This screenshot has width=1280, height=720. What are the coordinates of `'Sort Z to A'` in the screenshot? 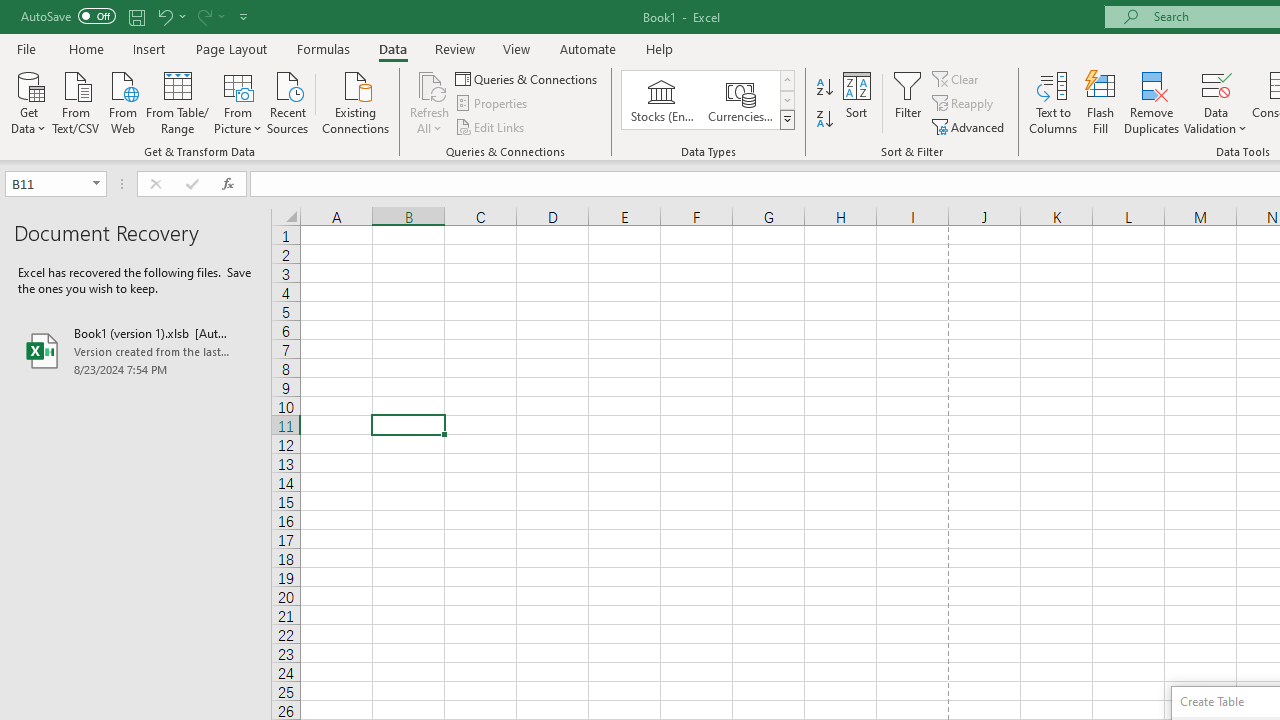 It's located at (824, 119).